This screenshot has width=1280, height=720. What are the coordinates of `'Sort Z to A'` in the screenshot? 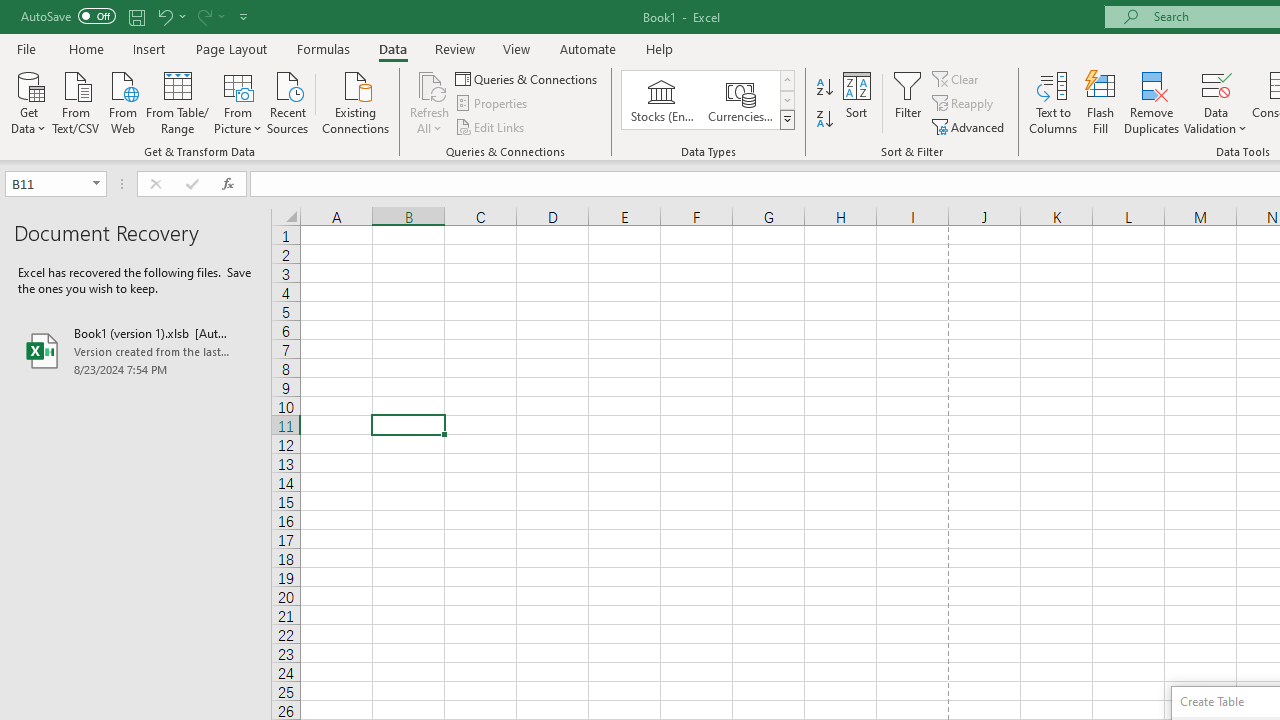 It's located at (824, 119).